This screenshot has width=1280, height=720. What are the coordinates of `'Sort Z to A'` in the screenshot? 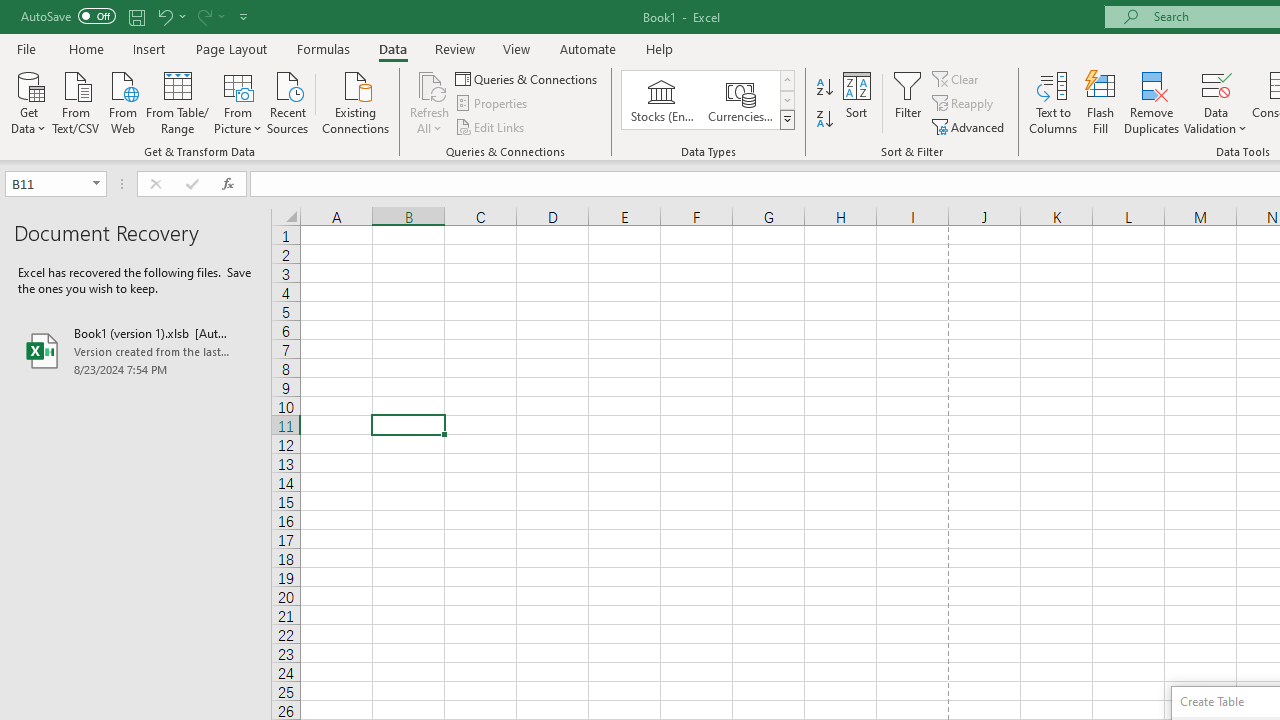 It's located at (824, 119).